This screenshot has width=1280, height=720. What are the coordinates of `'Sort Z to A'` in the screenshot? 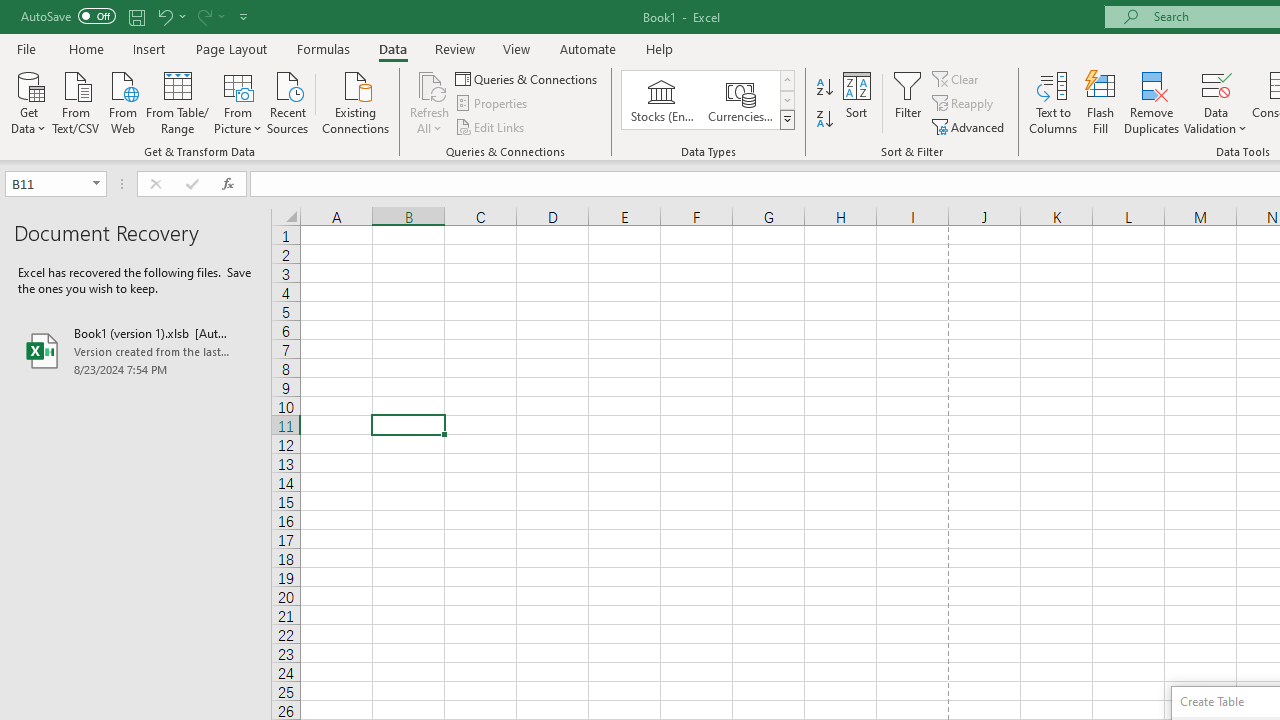 It's located at (824, 119).